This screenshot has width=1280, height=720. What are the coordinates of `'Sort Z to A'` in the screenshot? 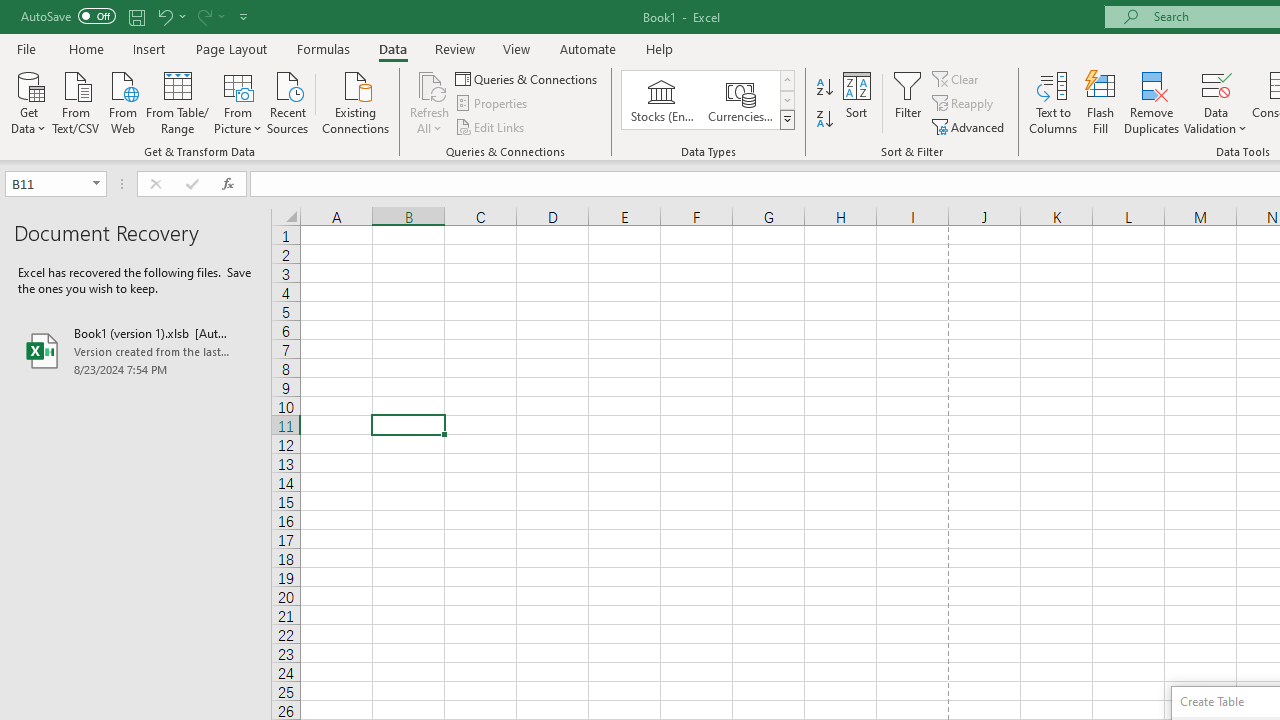 It's located at (824, 119).